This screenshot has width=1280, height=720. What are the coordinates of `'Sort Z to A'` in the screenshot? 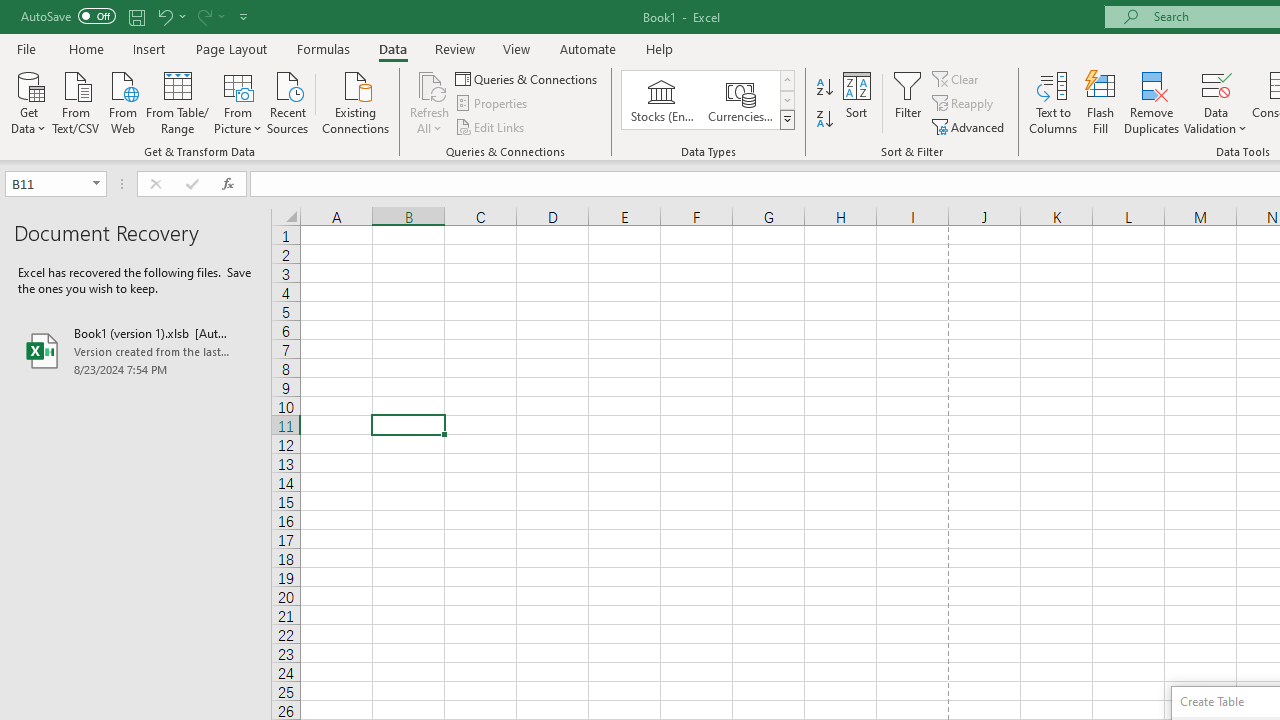 It's located at (824, 119).